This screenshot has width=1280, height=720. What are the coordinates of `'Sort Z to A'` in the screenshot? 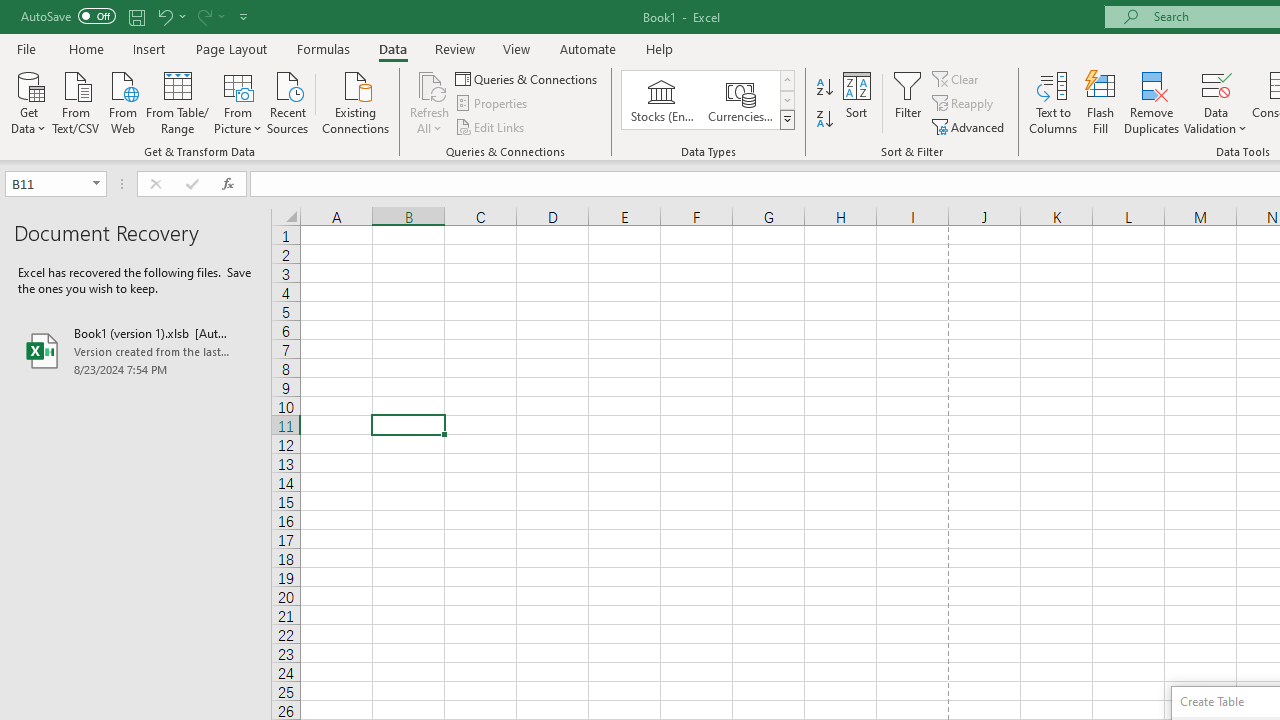 It's located at (824, 119).